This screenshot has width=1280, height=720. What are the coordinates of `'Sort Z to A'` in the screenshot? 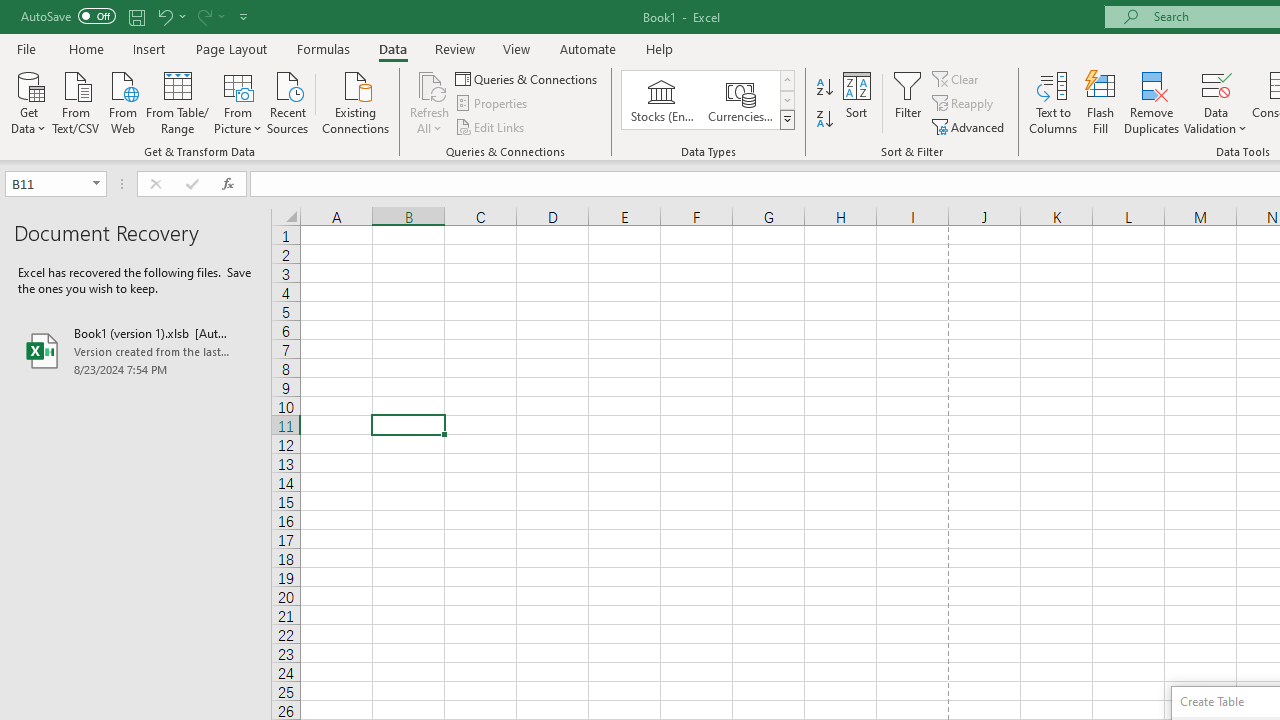 It's located at (824, 119).